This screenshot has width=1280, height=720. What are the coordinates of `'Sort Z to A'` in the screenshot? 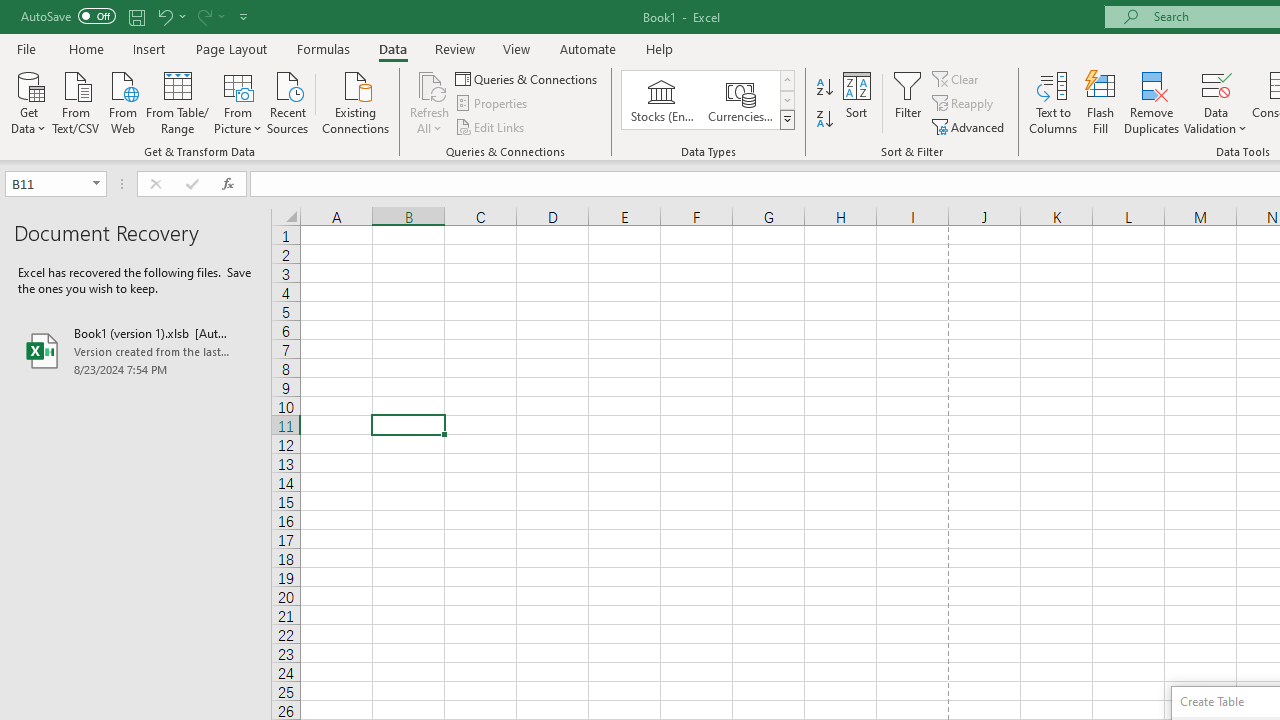 It's located at (824, 119).